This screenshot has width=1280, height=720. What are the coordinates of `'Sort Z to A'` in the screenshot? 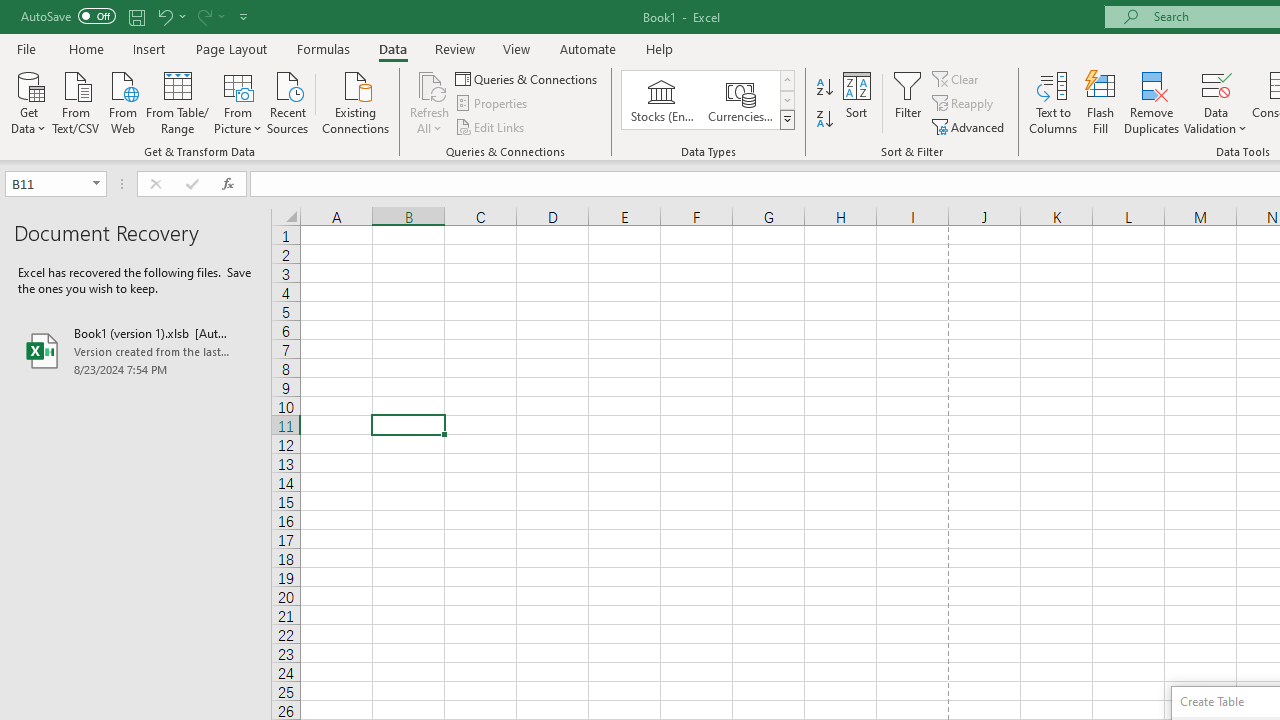 It's located at (824, 119).